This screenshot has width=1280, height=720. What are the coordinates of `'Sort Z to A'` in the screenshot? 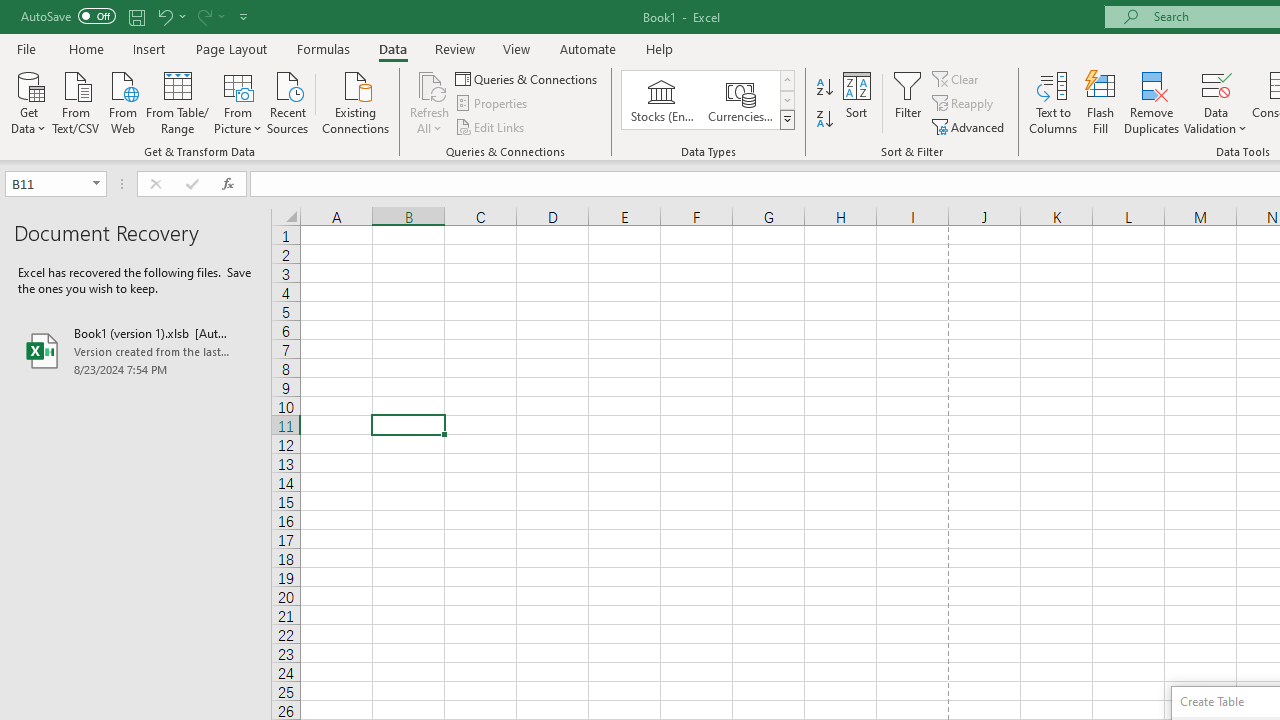 It's located at (824, 119).